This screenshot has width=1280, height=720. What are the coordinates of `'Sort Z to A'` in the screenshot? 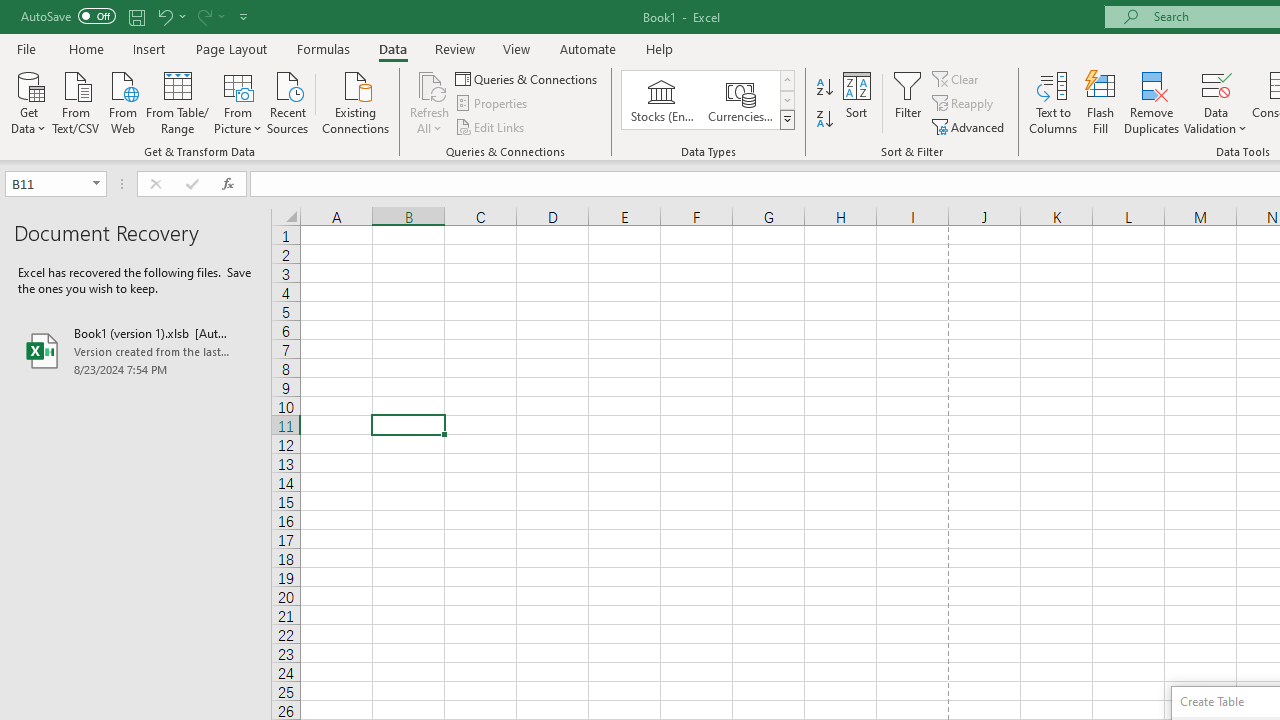 It's located at (824, 119).